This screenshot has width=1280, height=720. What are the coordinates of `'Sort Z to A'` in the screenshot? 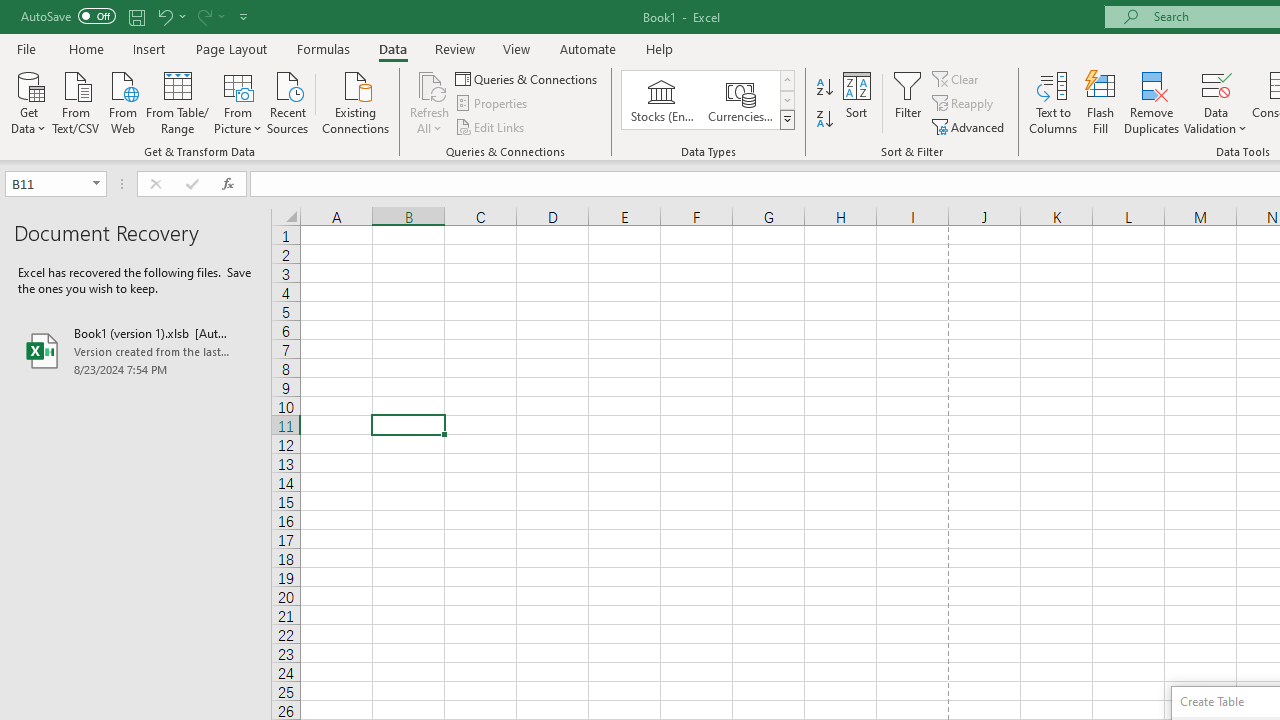 It's located at (824, 119).